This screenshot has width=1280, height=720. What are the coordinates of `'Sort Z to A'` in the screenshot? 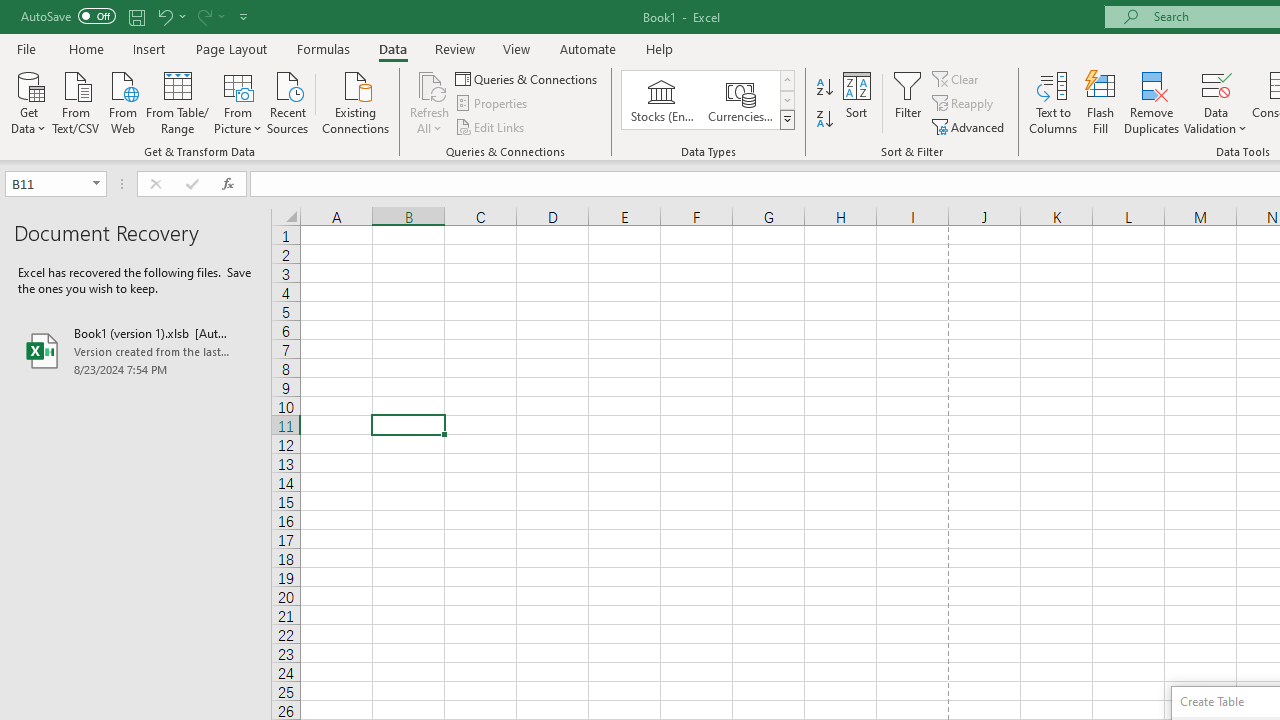 It's located at (824, 119).